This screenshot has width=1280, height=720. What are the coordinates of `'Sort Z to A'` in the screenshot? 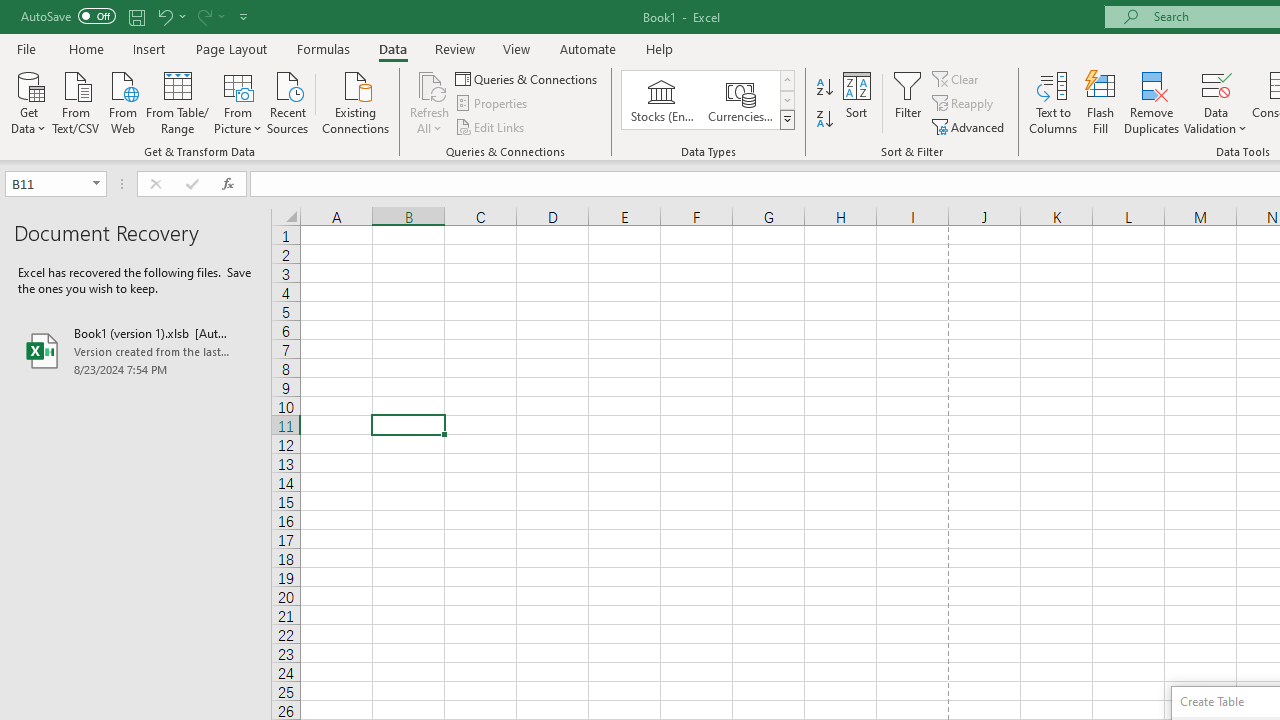 It's located at (824, 119).